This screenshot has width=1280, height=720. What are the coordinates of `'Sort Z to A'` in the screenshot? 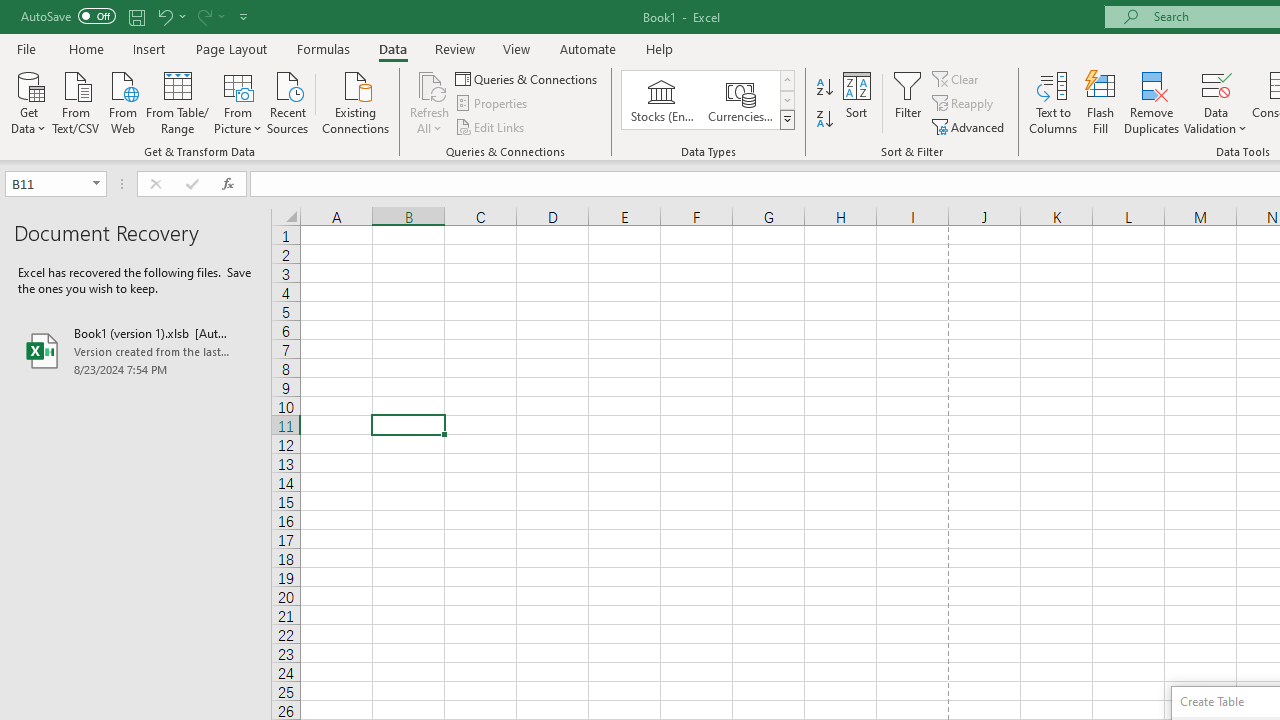 It's located at (824, 119).